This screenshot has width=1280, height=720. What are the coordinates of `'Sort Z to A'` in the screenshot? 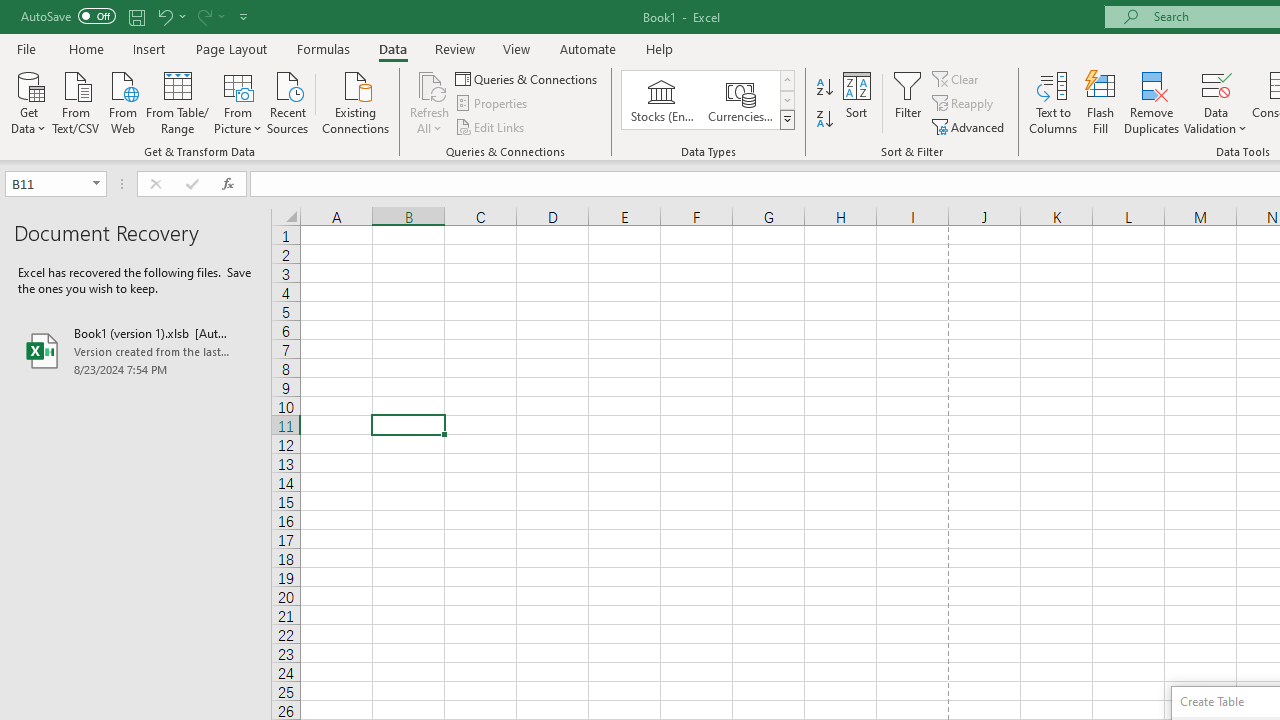 It's located at (824, 119).